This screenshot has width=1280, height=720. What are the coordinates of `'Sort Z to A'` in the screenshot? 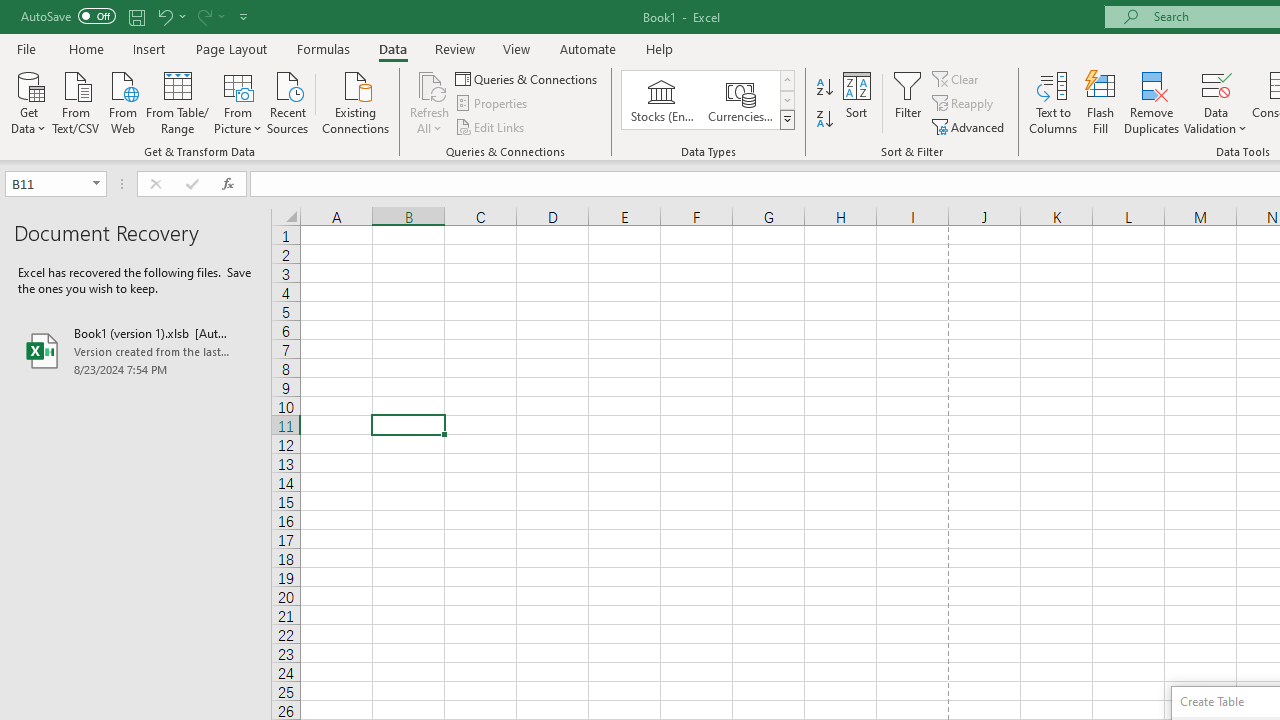 It's located at (824, 119).